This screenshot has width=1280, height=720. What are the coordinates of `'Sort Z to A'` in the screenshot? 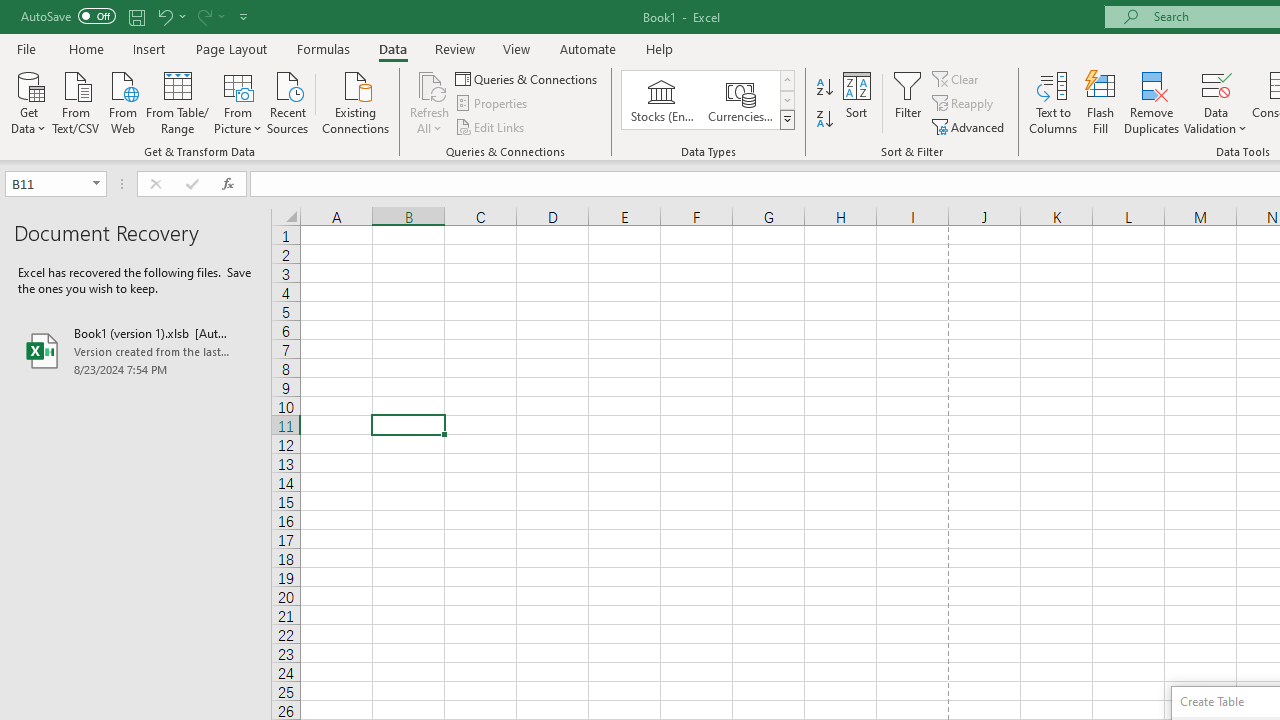 It's located at (824, 119).